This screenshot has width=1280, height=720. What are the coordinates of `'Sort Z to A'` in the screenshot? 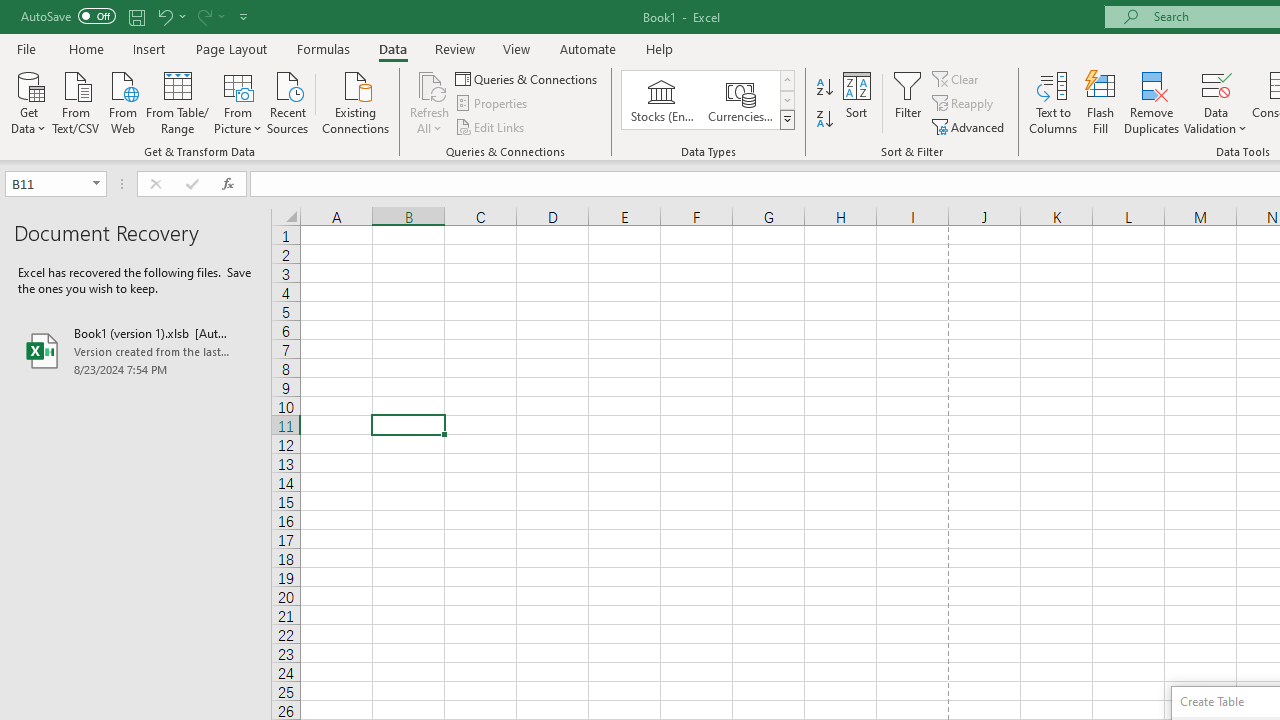 It's located at (824, 119).